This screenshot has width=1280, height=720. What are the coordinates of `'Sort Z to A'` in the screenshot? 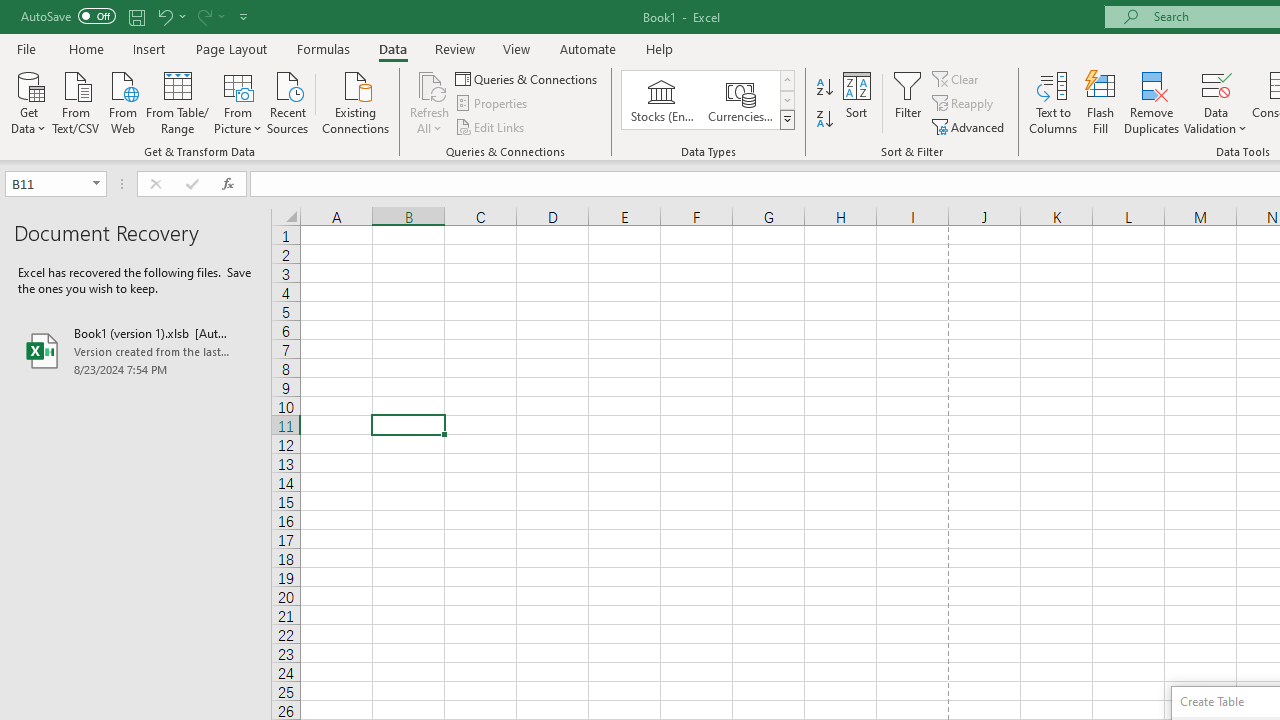 It's located at (824, 119).